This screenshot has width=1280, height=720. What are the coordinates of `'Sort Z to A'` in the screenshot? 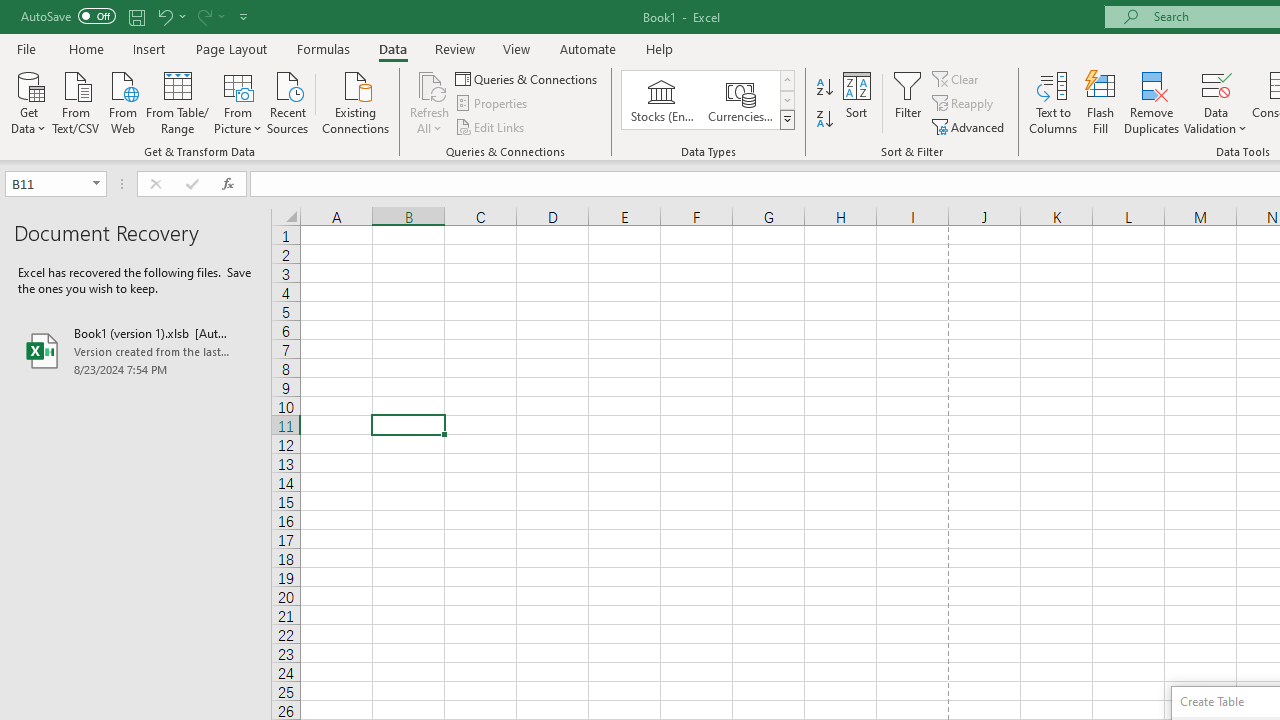 It's located at (824, 119).